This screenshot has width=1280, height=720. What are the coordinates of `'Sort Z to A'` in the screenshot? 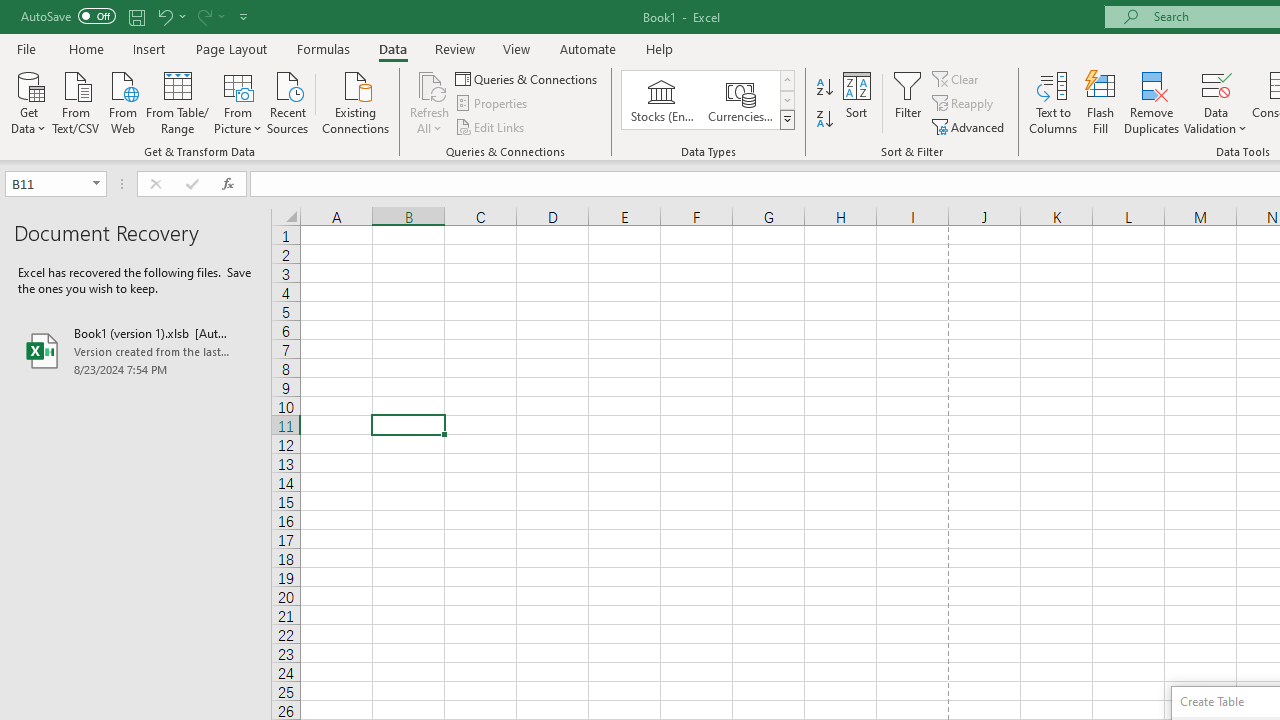 It's located at (824, 119).